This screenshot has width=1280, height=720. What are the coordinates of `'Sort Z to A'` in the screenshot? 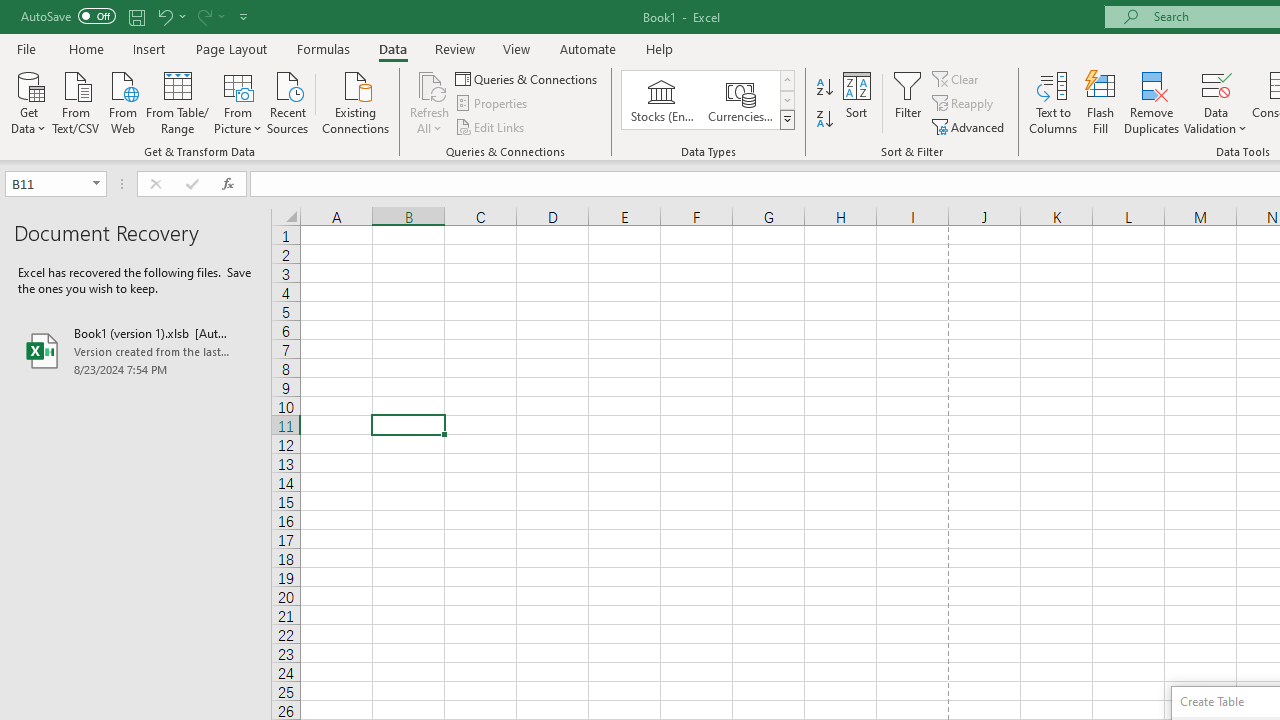 It's located at (824, 119).